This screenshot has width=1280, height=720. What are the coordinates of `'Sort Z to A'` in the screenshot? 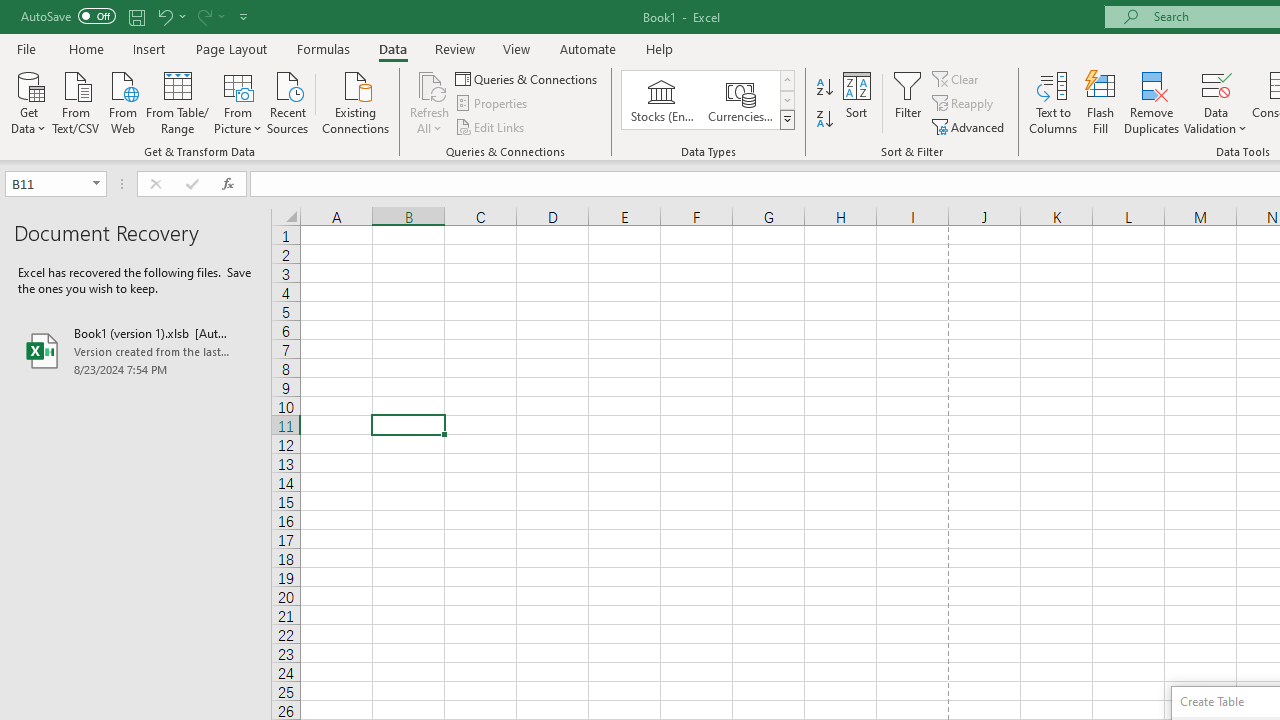 It's located at (824, 119).